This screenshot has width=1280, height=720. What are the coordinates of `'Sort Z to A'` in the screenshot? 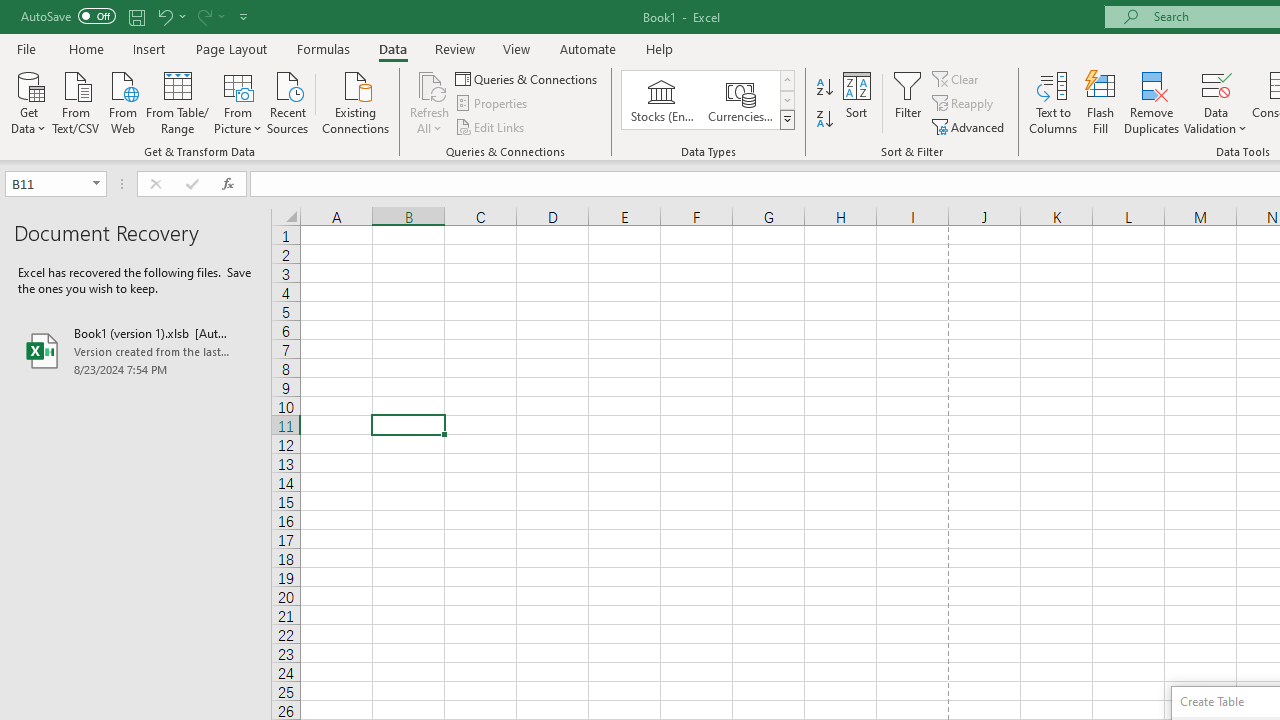 It's located at (824, 119).